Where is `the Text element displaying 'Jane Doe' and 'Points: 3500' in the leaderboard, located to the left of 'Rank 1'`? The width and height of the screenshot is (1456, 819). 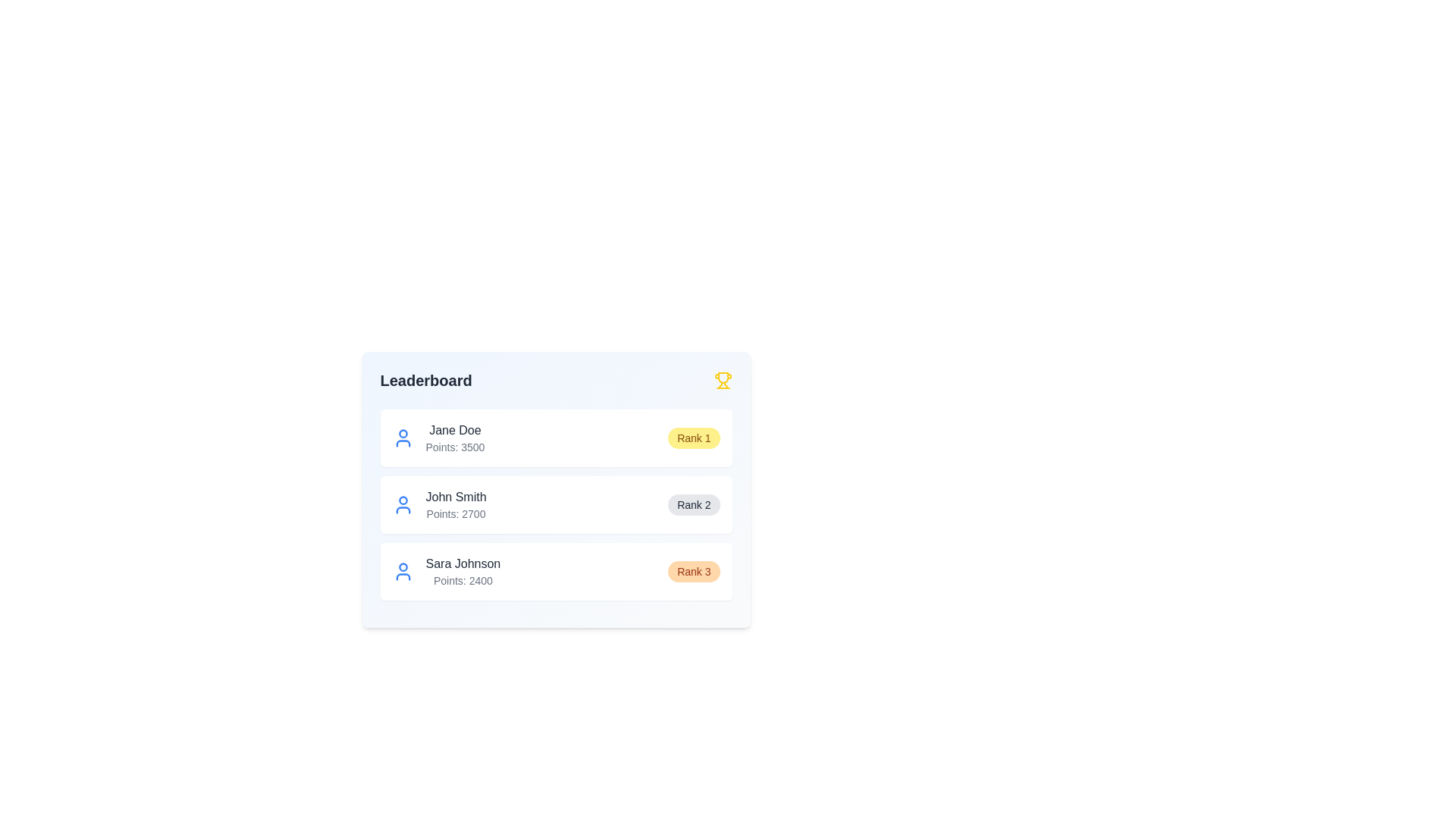 the Text element displaying 'Jane Doe' and 'Points: 3500' in the leaderboard, located to the left of 'Rank 1' is located at coordinates (438, 438).